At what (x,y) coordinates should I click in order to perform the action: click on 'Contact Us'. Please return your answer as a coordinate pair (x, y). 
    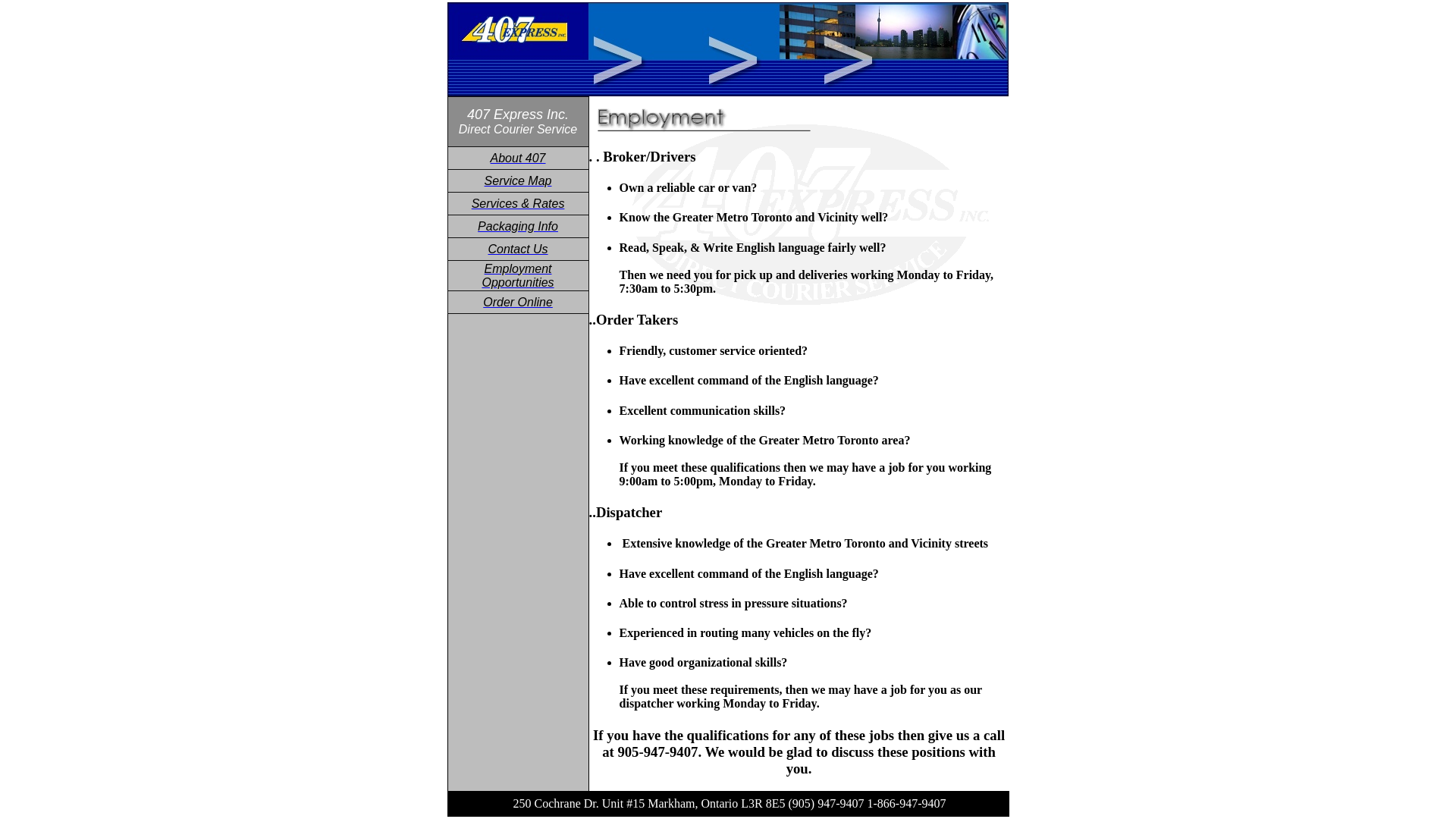
    Looking at the image, I should click on (517, 248).